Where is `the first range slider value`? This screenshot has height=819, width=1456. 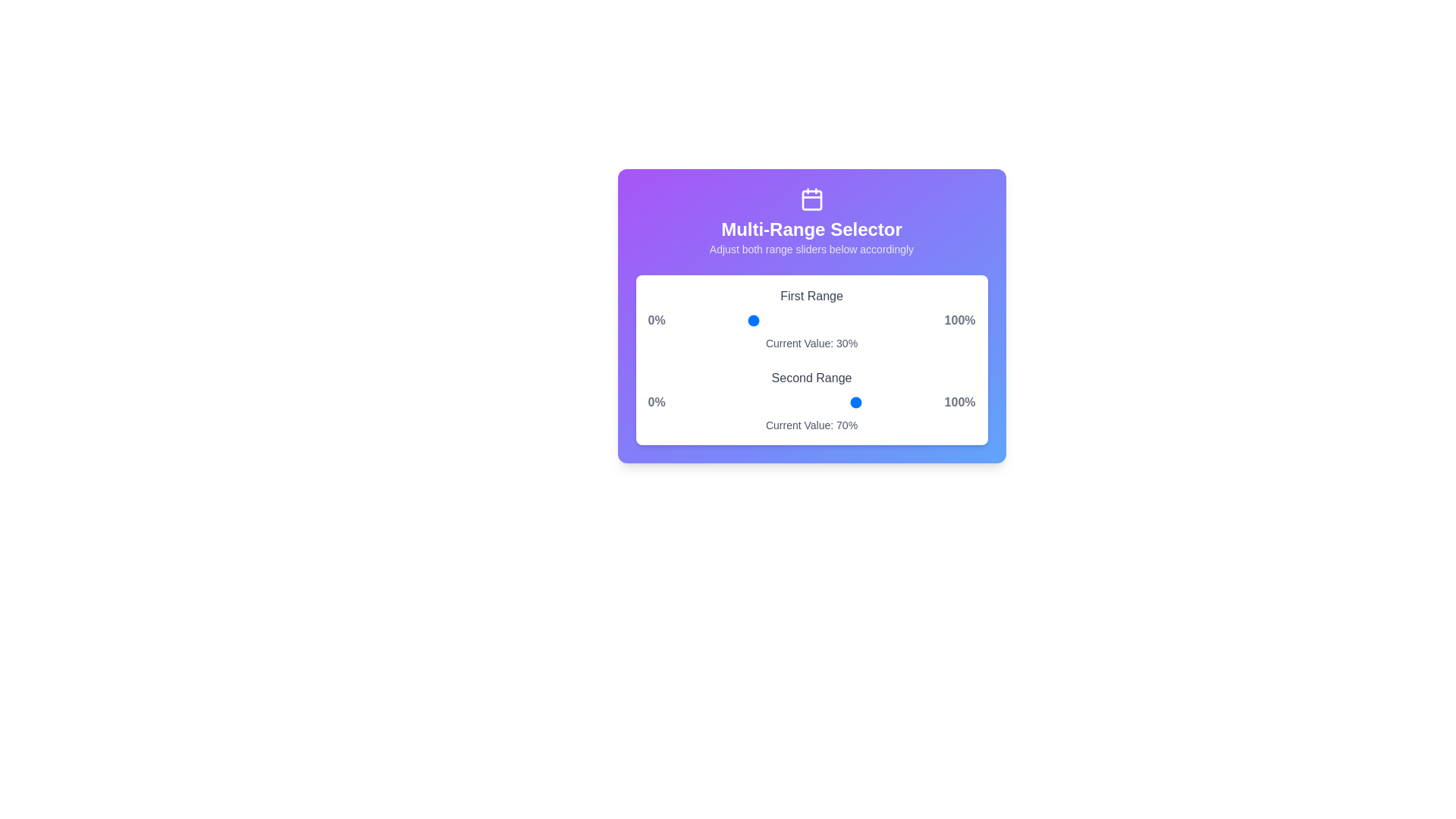 the first range slider value is located at coordinates (850, 320).